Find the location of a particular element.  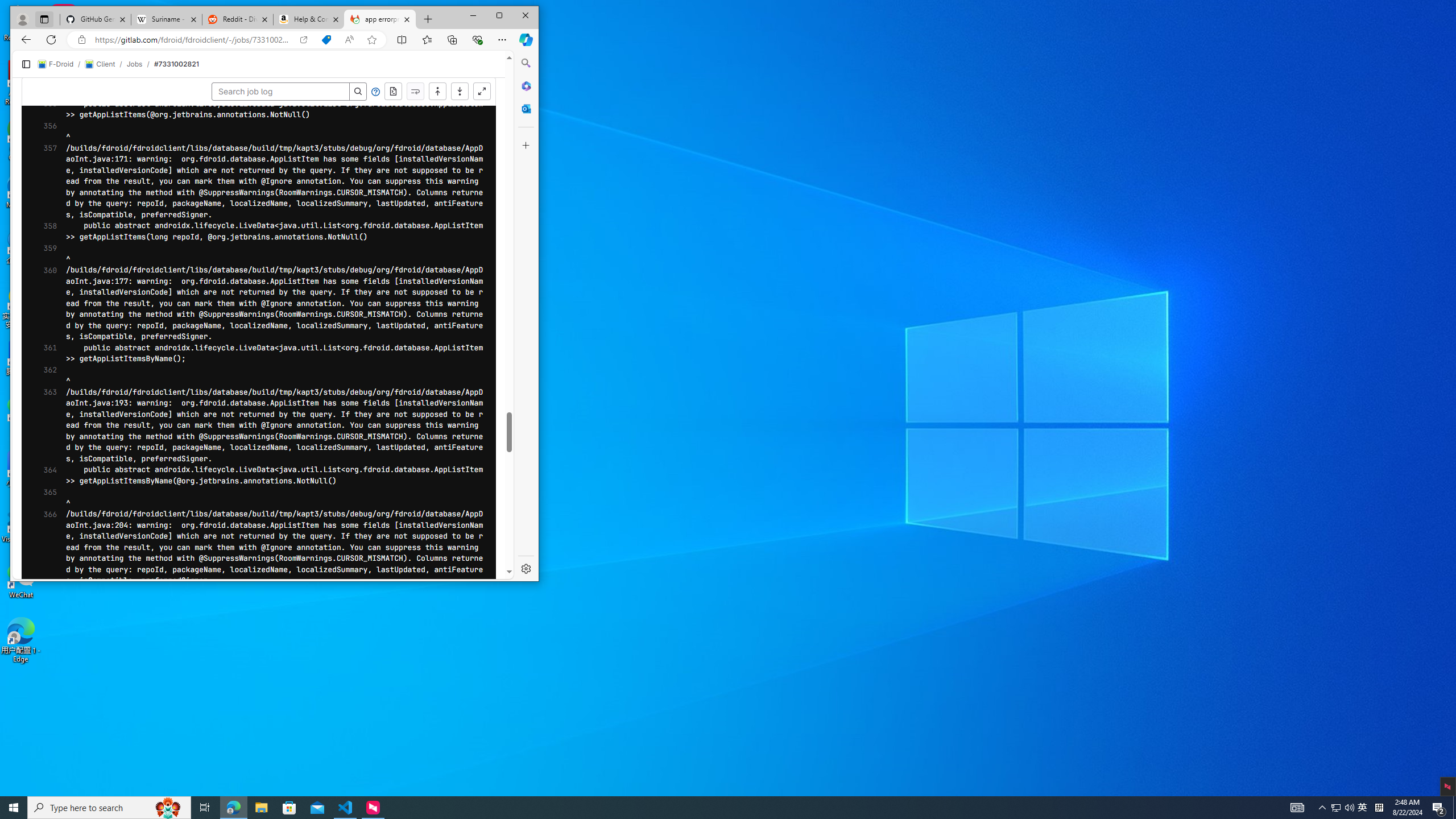

'362' is located at coordinates (47, 375).